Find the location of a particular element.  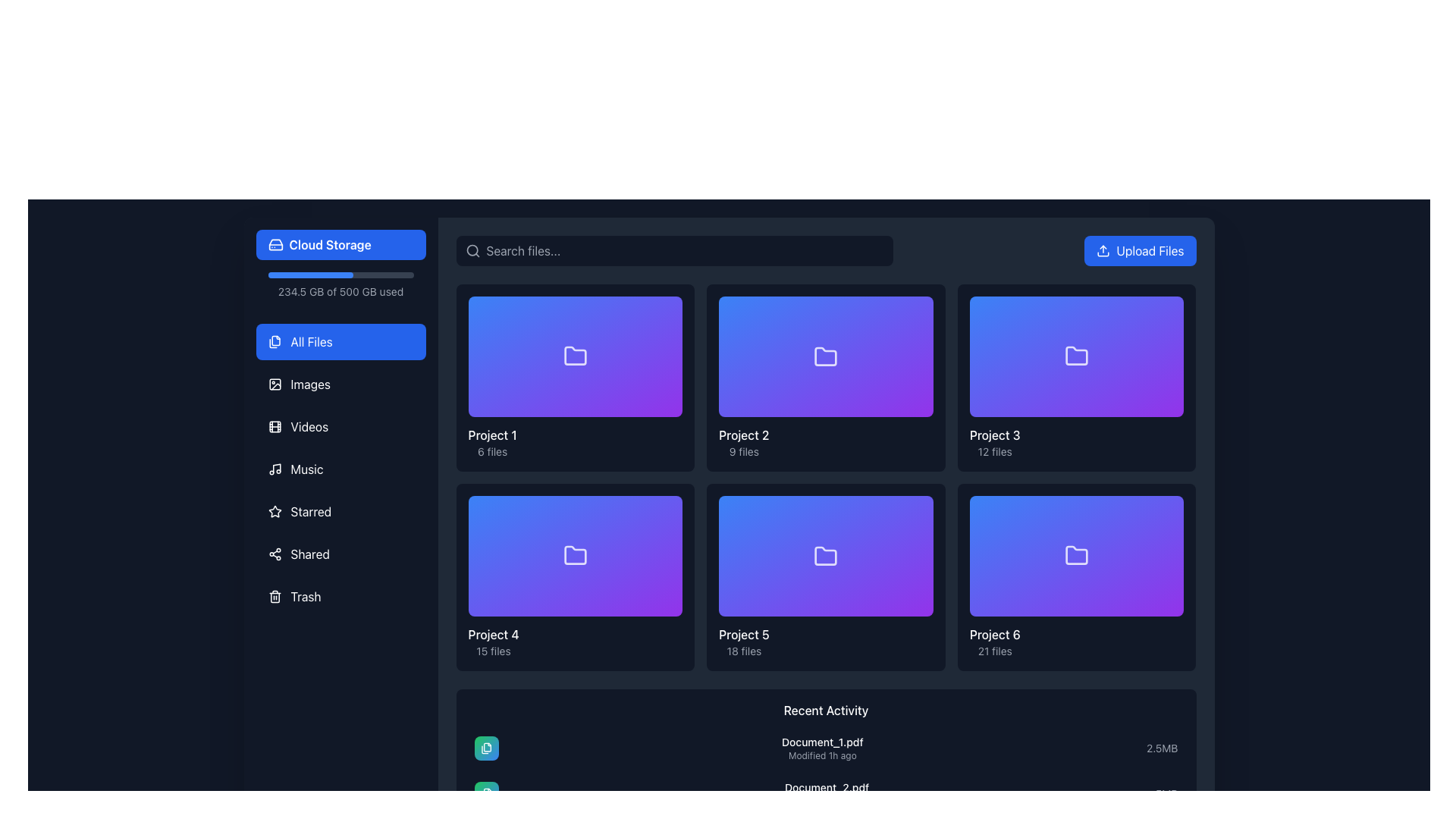

the folder icon with a stylized appearance, located in the 'Project 3' grid item in the second row of the content display section is located at coordinates (1076, 356).